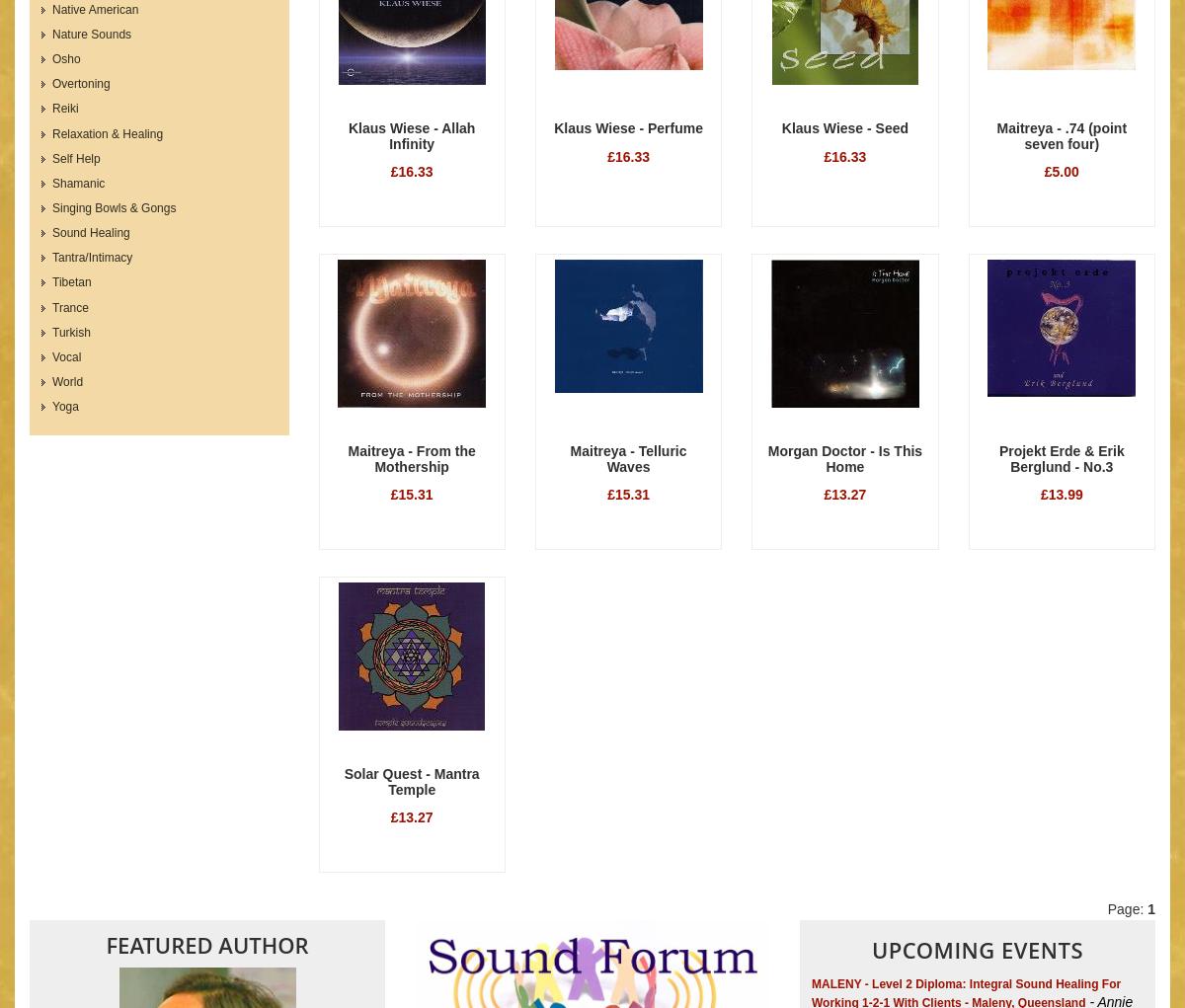 This screenshot has height=1008, width=1185. I want to click on 'Solar Quest - Mantra Temple', so click(344, 780).